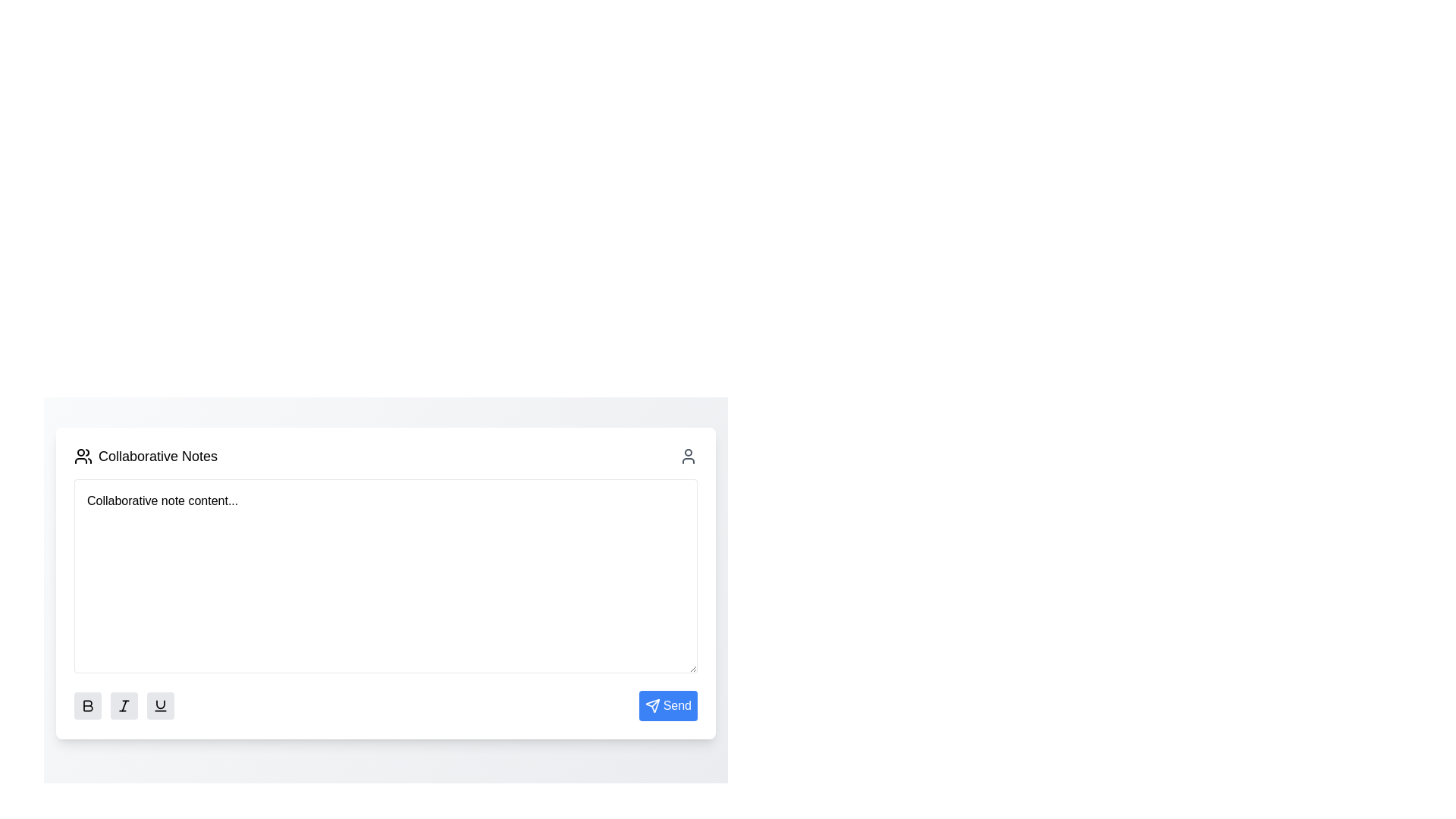  Describe the element at coordinates (86, 705) in the screenshot. I see `the square button with rounded corners and a bold letter 'B' icon, located at the bottom-left of the 'Collaborative Notes' area` at that location.